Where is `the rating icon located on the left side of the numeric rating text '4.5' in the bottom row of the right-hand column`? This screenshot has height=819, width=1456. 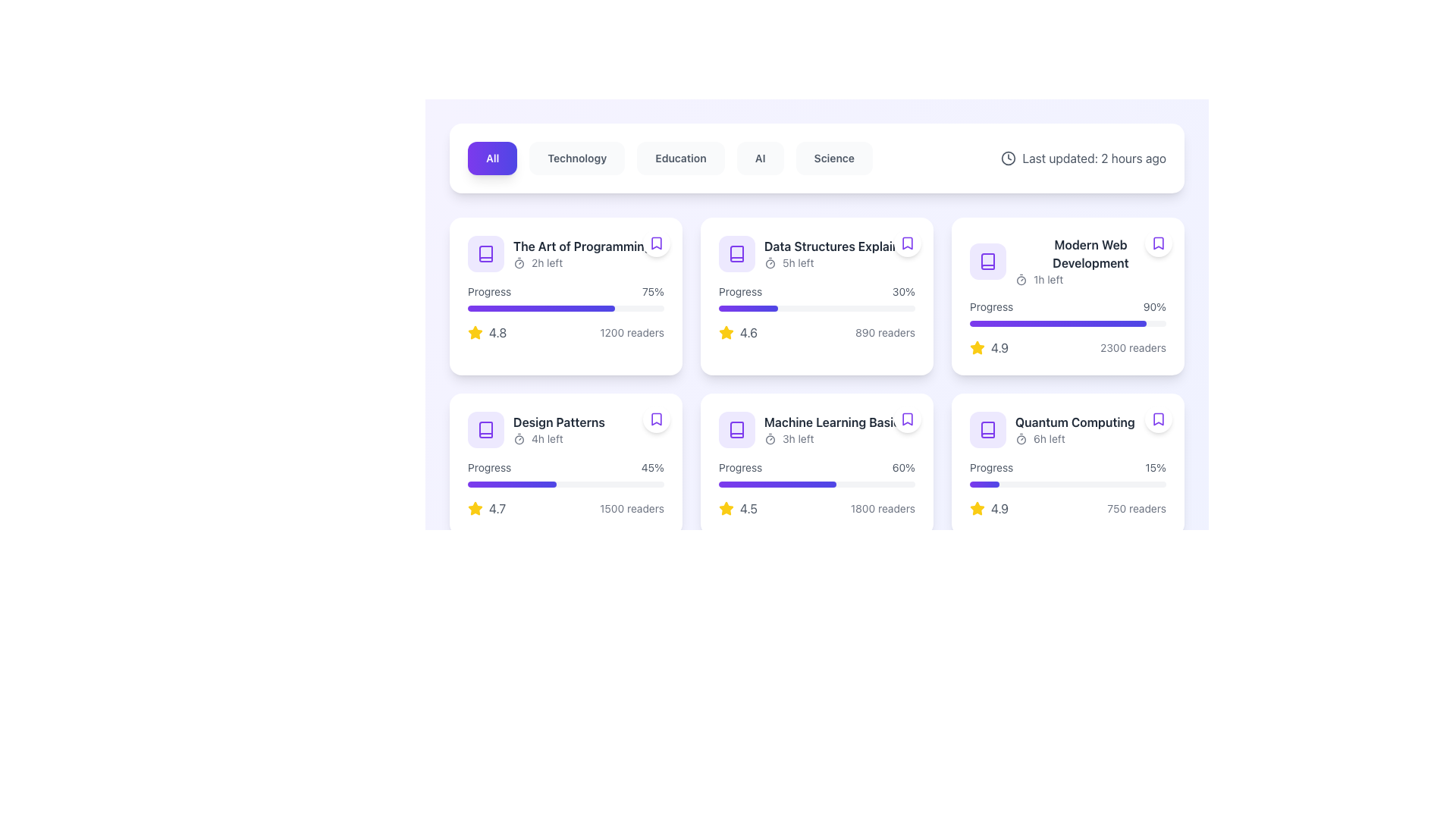
the rating icon located on the left side of the numeric rating text '4.5' in the bottom row of the right-hand column is located at coordinates (726, 509).